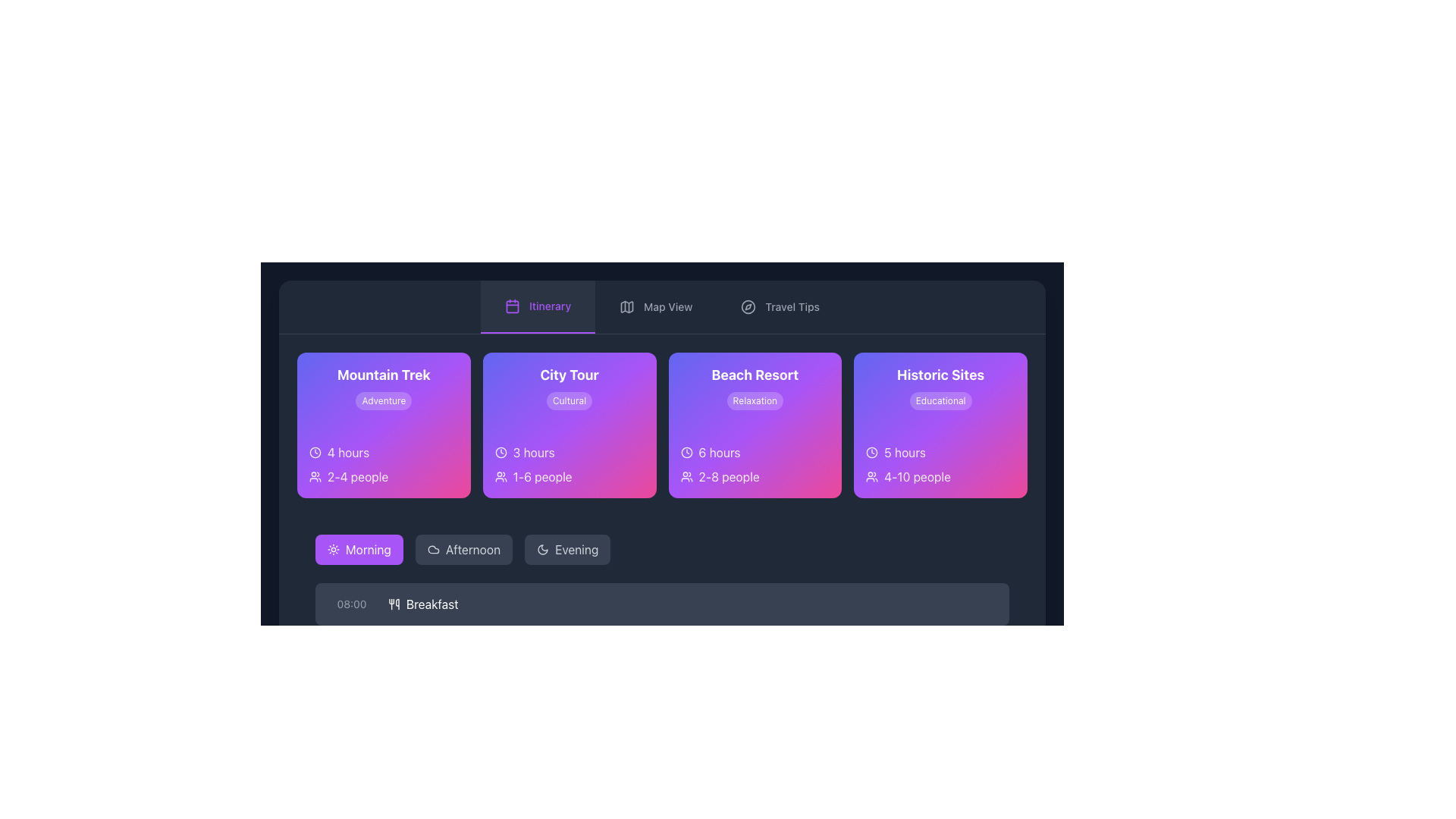 The image size is (1456, 819). Describe the element at coordinates (755, 464) in the screenshot. I see `the icons accompanying the text block located in the bottom-left portion of the 'Beach Resort' card, beneath the title 'Beach Resort' and subtitle 'Relaxation'` at that location.